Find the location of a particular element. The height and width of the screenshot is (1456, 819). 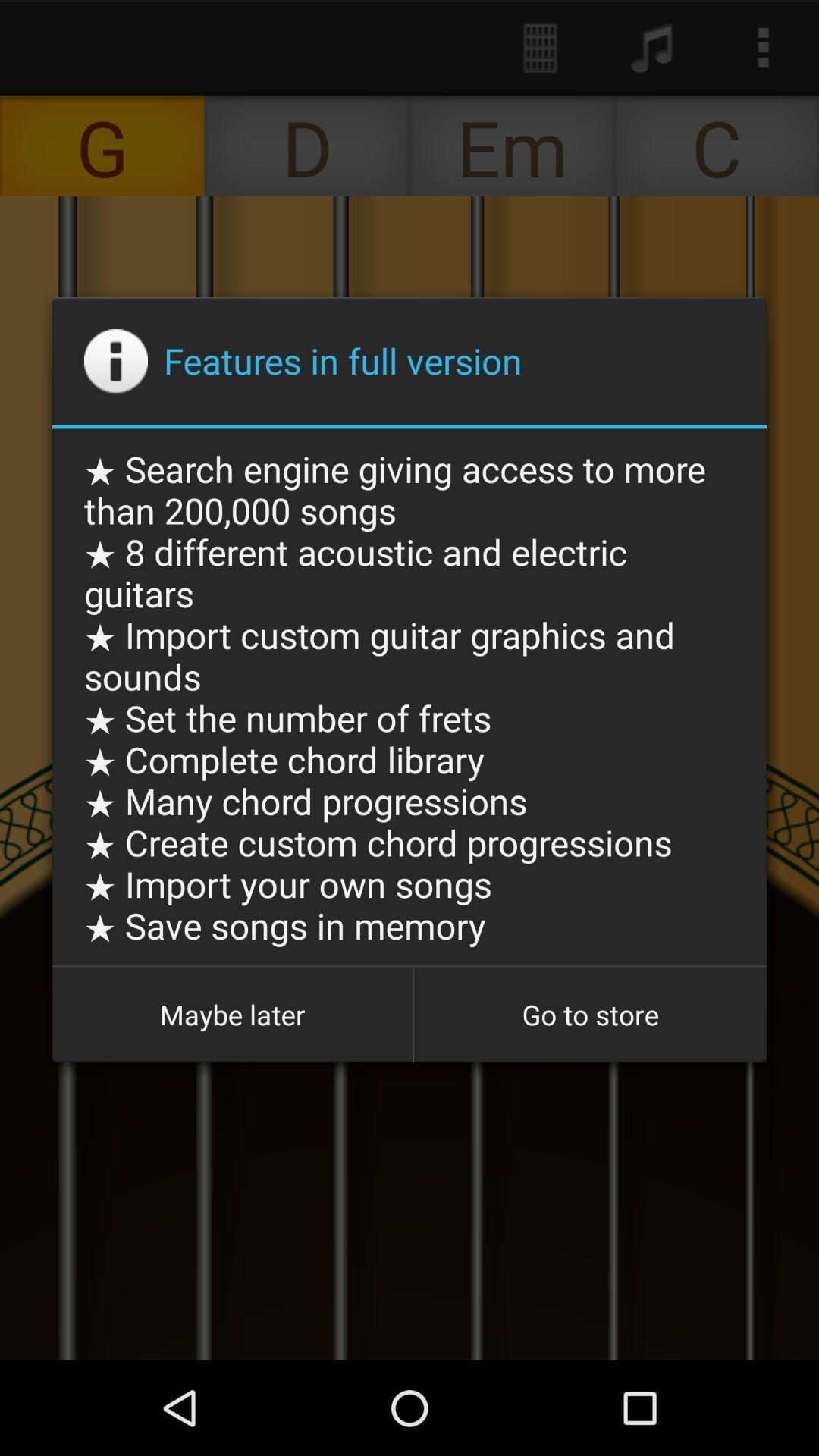

icon next to the maybe later icon is located at coordinates (589, 1015).